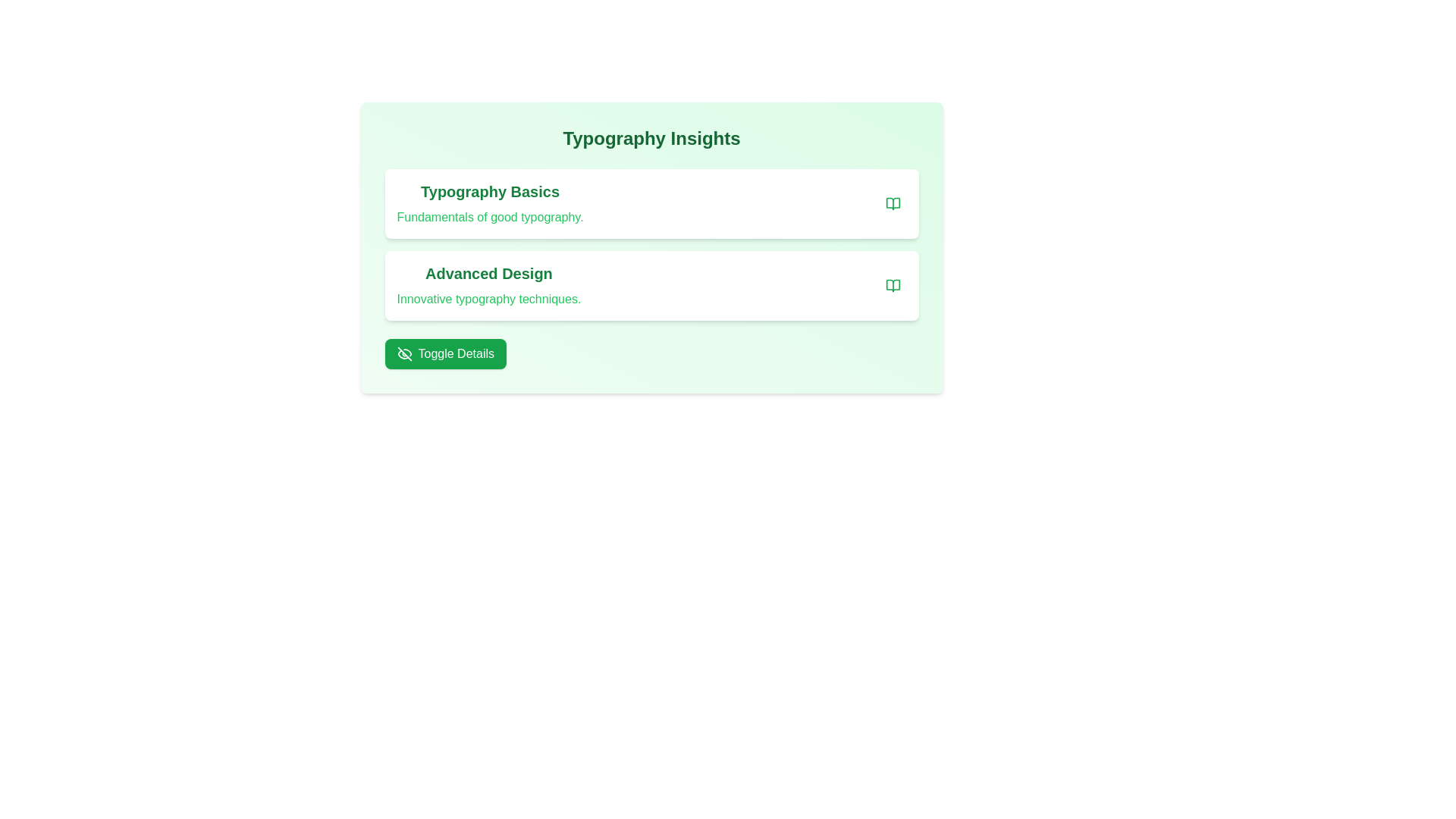  I want to click on the second informational content block that describes an advanced concept in typography, located beneath the 'Typography Basics' block, so click(651, 286).